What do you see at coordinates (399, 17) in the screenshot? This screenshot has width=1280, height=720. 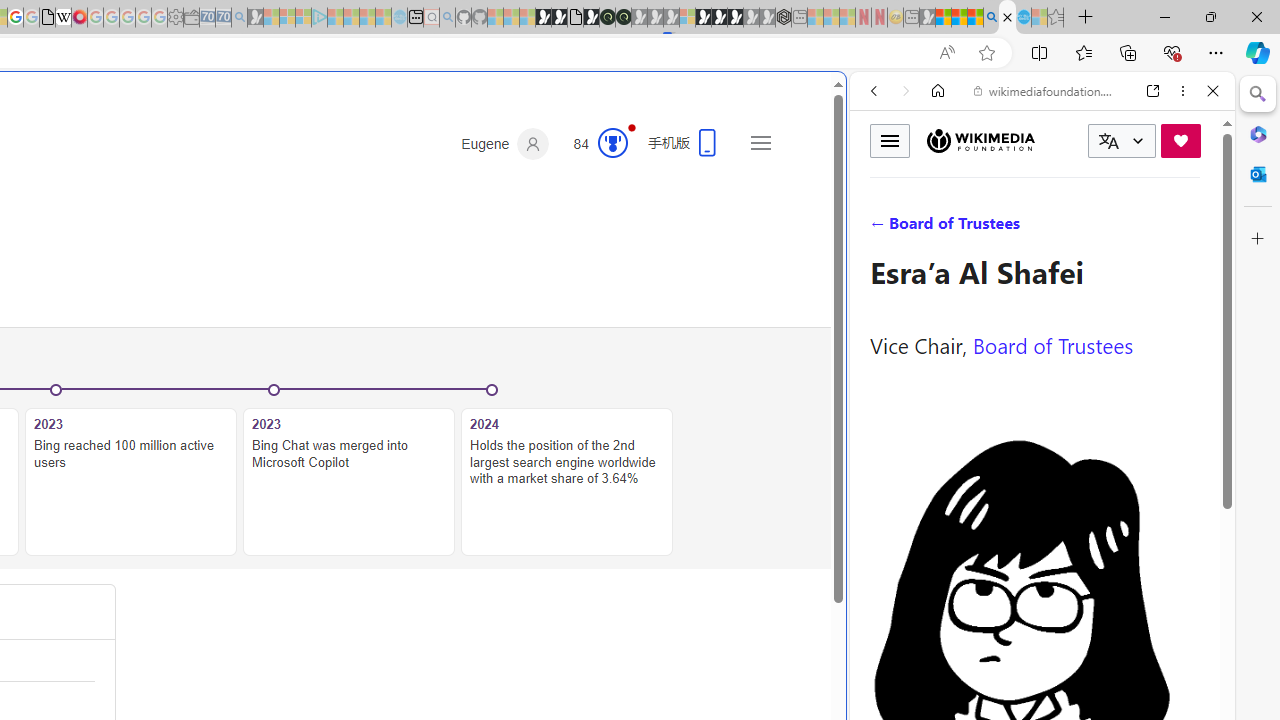 I see `'Home | Sky Blue Bikes - Sky Blue Bikes - Sleeping'` at bounding box center [399, 17].